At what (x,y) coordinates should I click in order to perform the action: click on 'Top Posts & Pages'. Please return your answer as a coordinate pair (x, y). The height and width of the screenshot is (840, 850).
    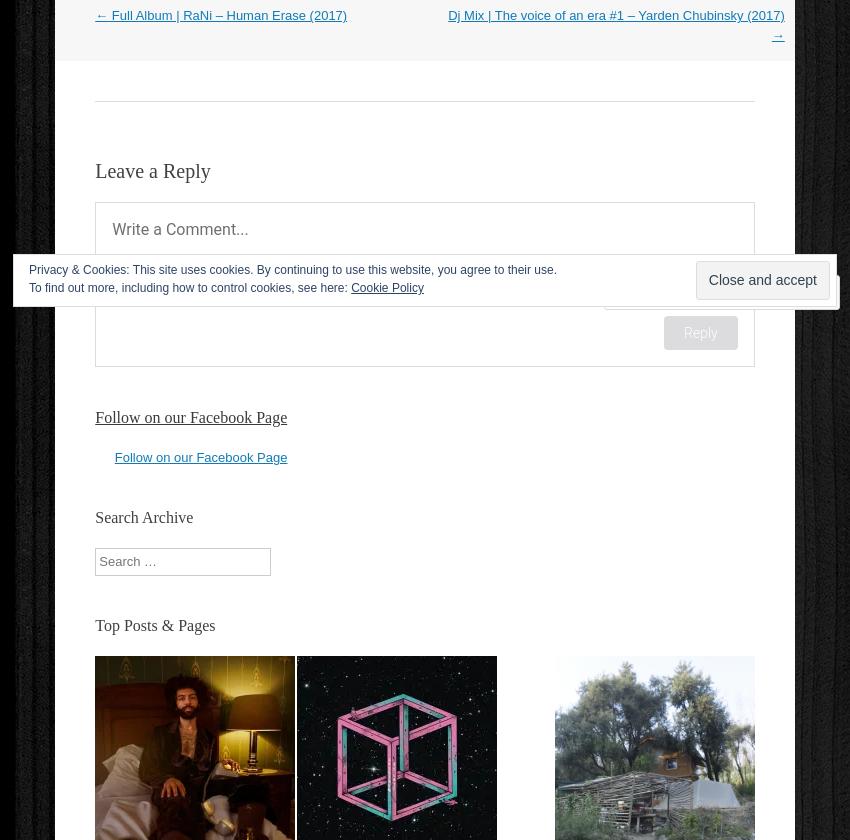
    Looking at the image, I should click on (155, 625).